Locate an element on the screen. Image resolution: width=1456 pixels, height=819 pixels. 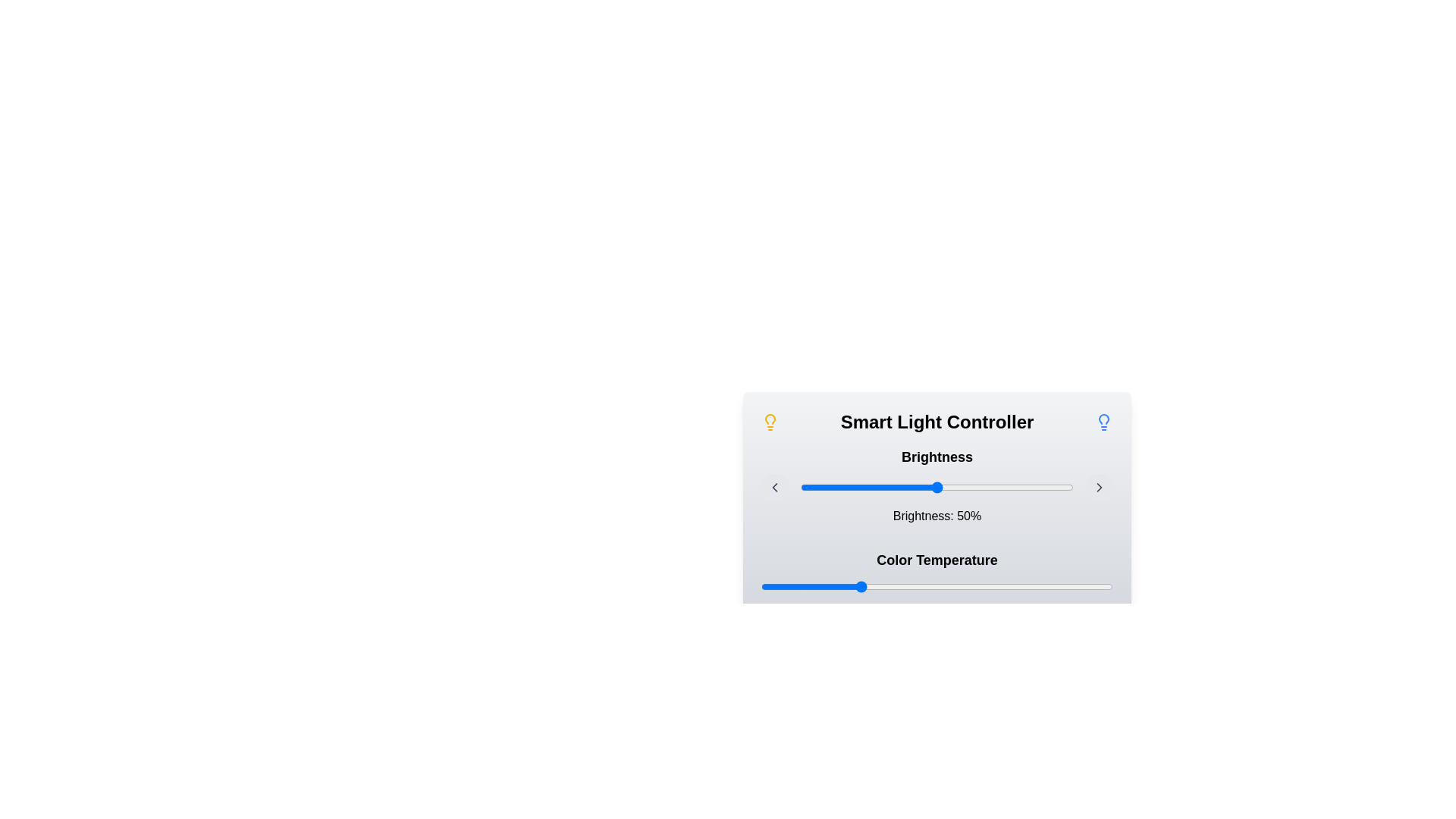
the navigation icon located in the top-left corner of the Smart Light Controller interface is located at coordinates (775, 488).